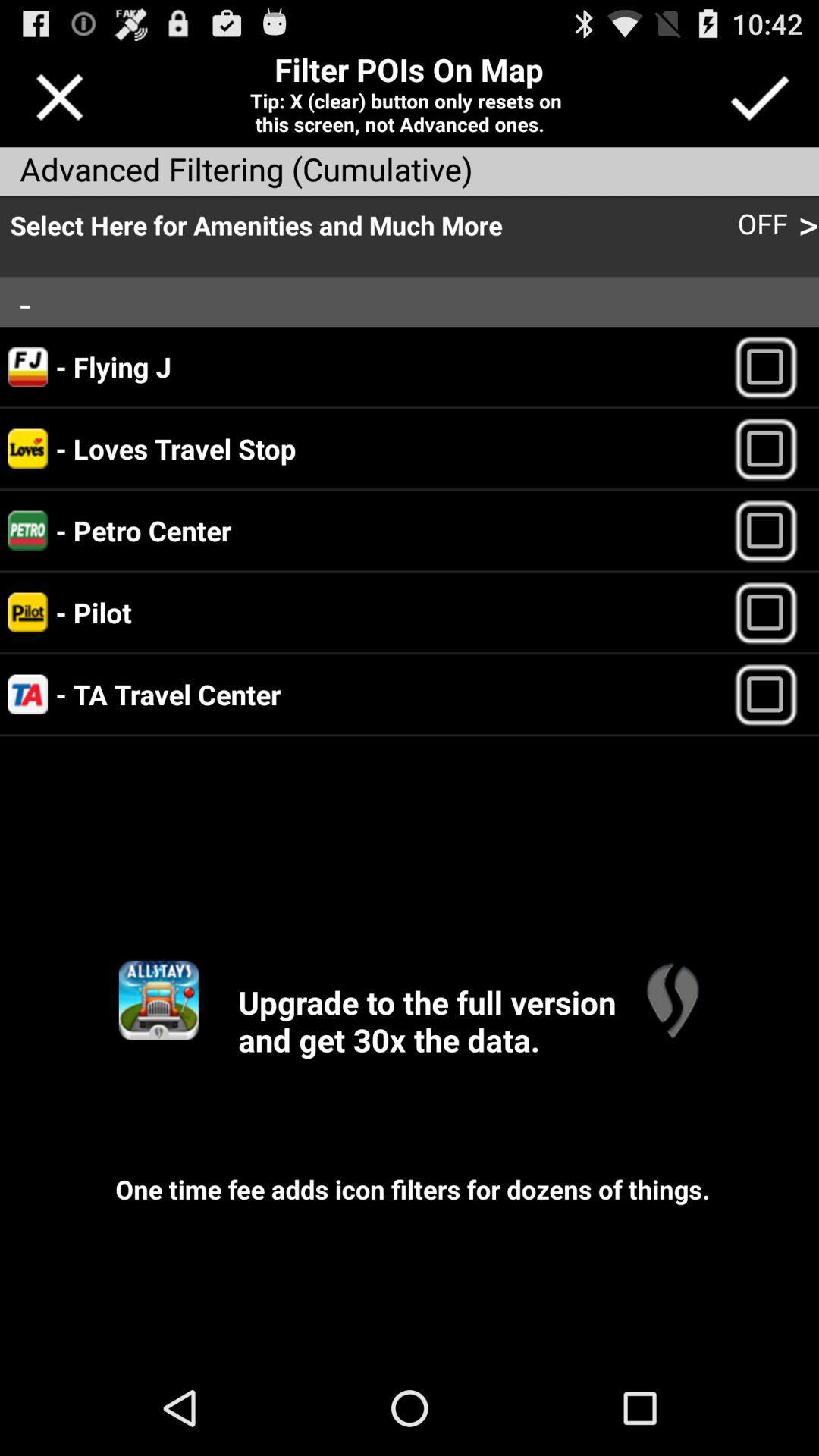 The width and height of the screenshot is (819, 1456). What do you see at coordinates (28, 367) in the screenshot?
I see `the logo of flying j` at bounding box center [28, 367].